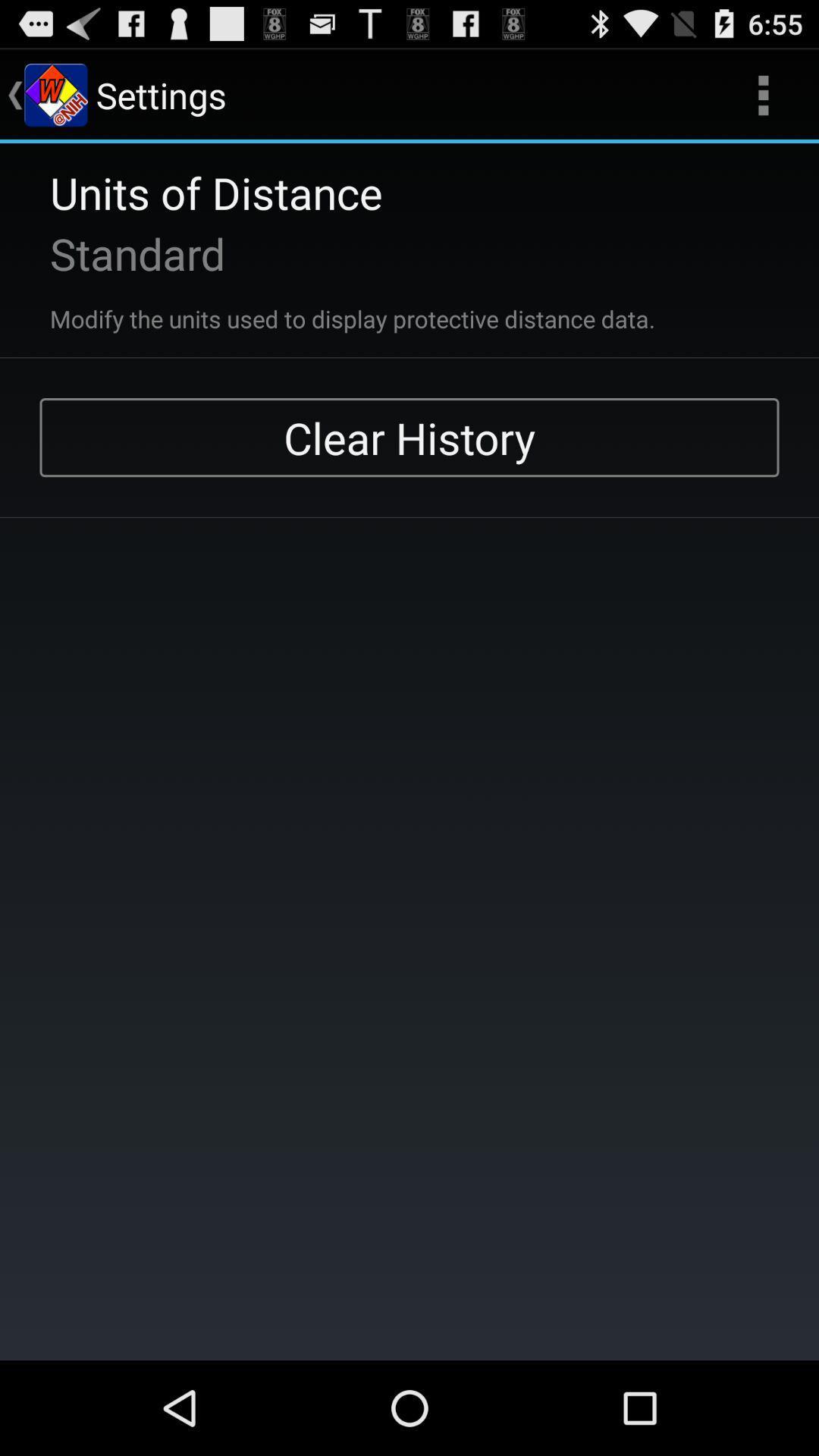 The width and height of the screenshot is (819, 1456). What do you see at coordinates (331, 309) in the screenshot?
I see `the item above the clear history app` at bounding box center [331, 309].